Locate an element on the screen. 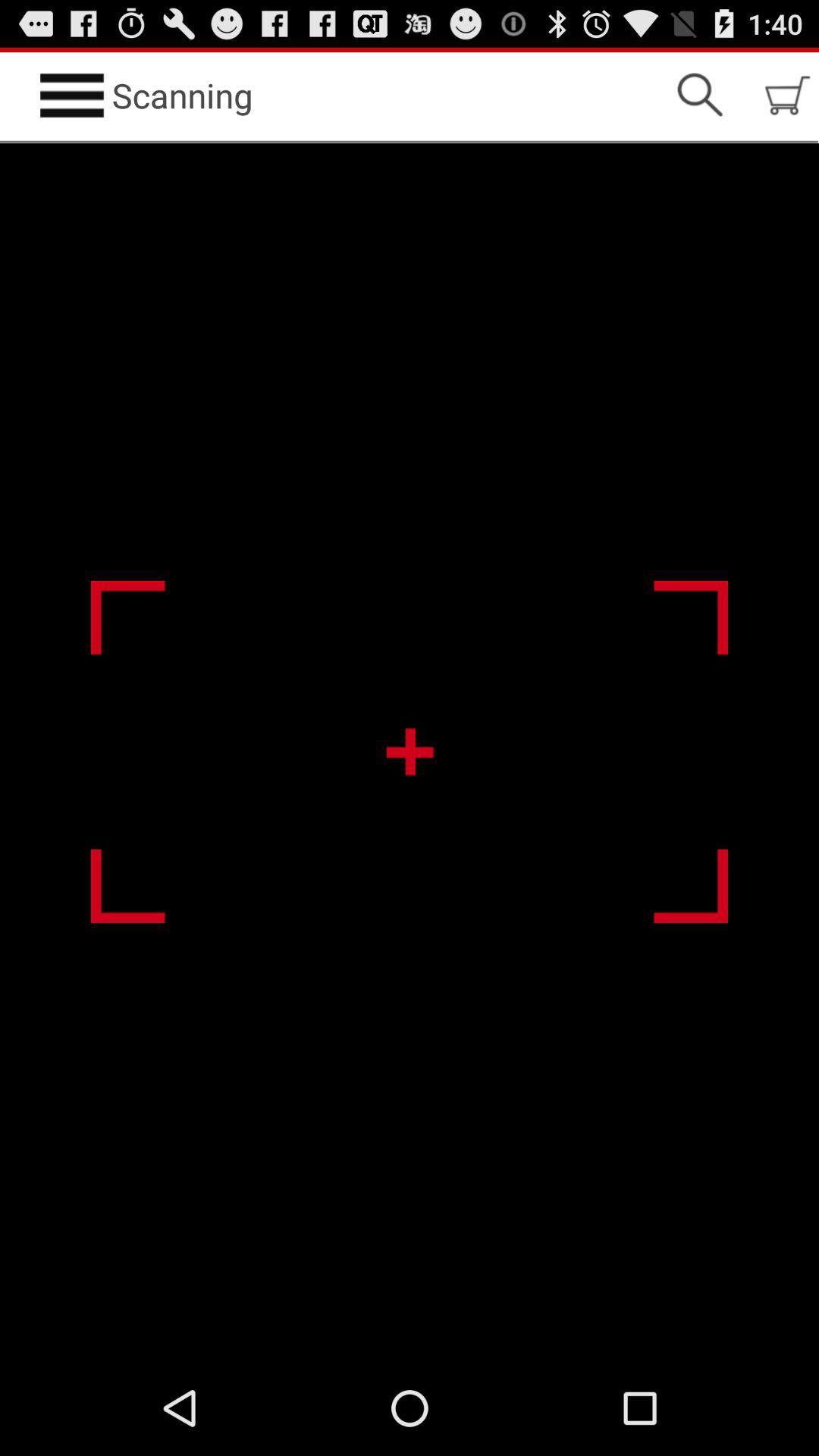 The width and height of the screenshot is (819, 1456). item next to the scanning item is located at coordinates (699, 94).